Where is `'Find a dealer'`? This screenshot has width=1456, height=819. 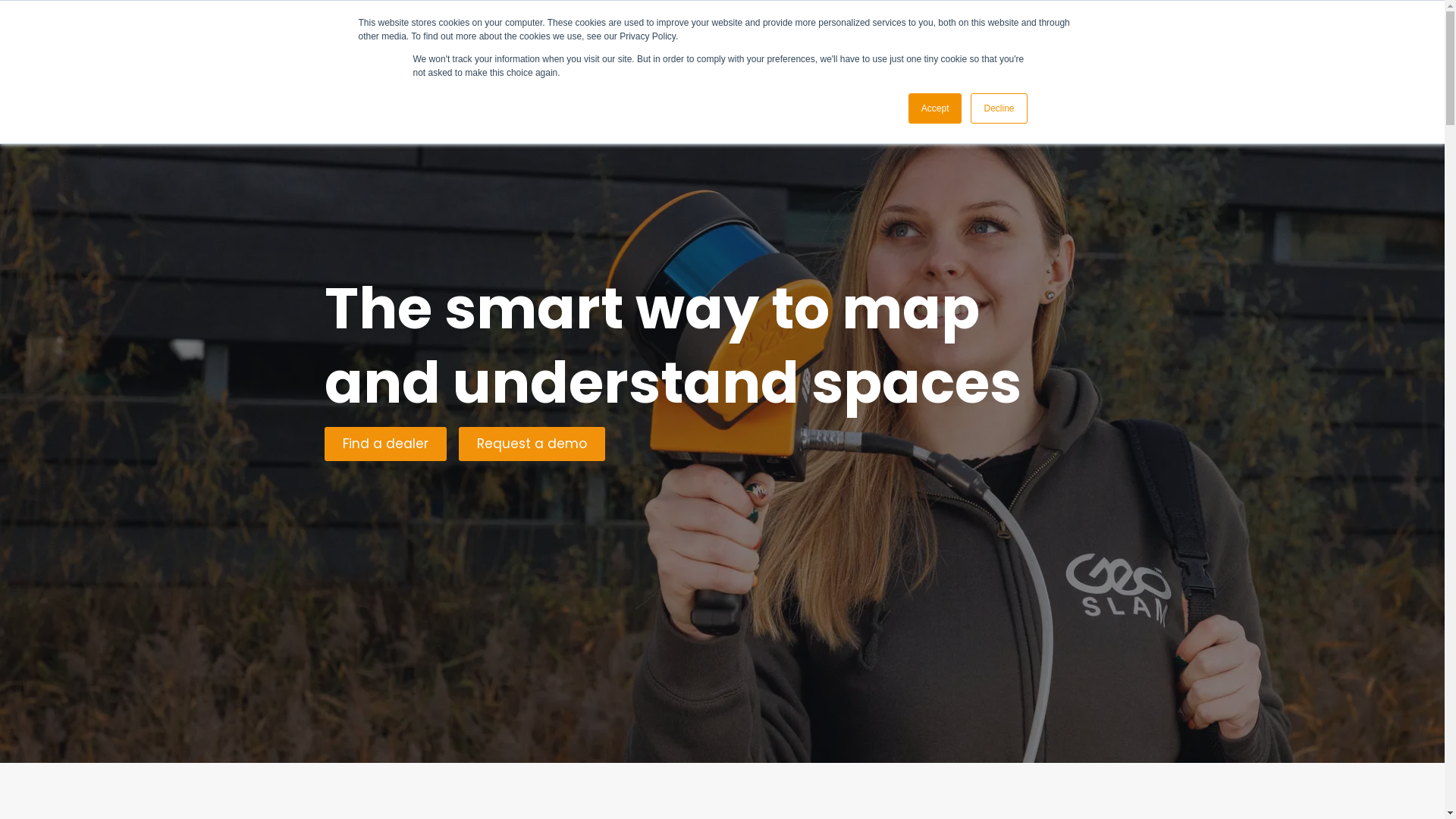 'Find a dealer' is located at coordinates (323, 444).